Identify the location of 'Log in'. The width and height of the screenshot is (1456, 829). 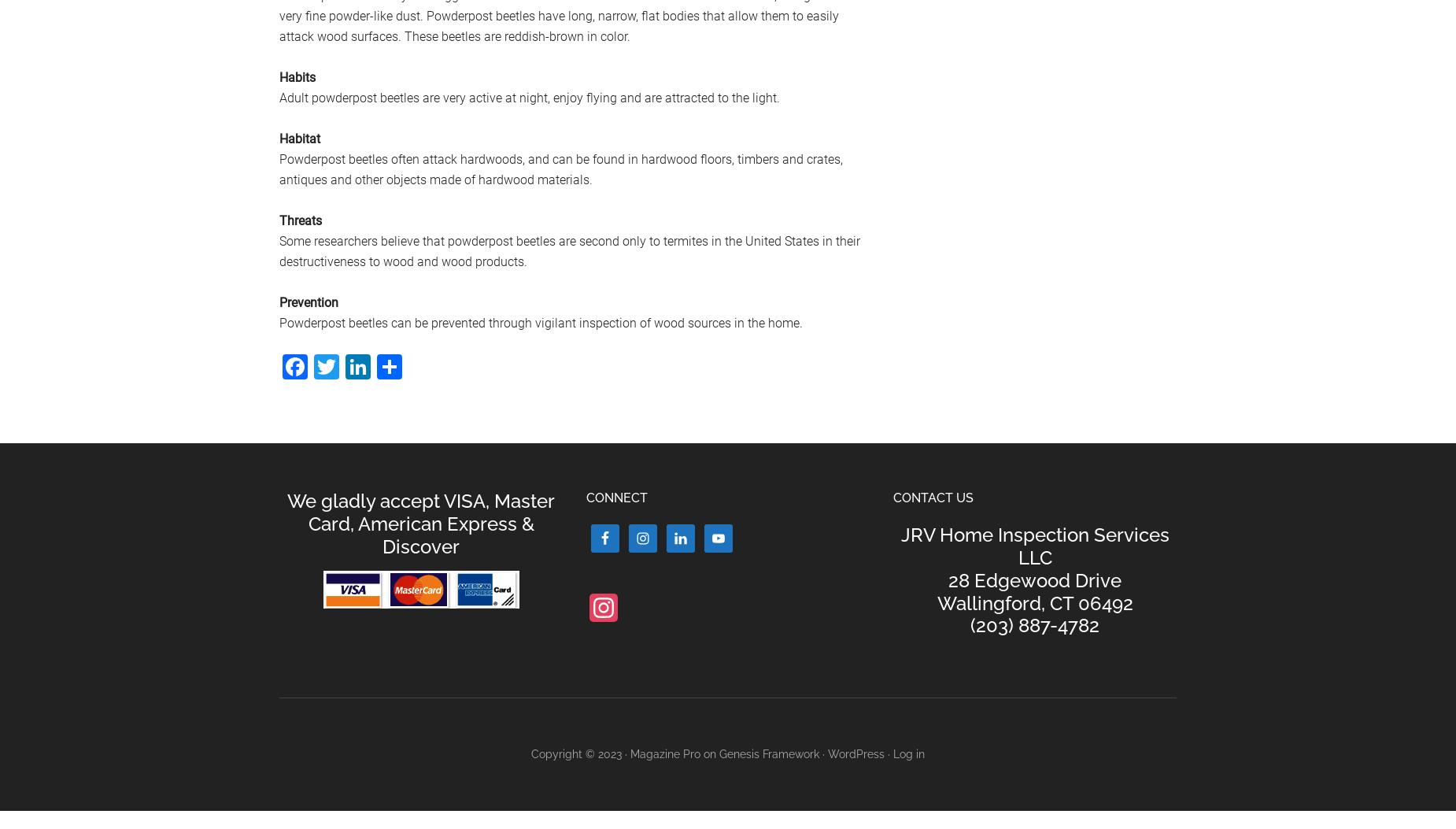
(907, 754).